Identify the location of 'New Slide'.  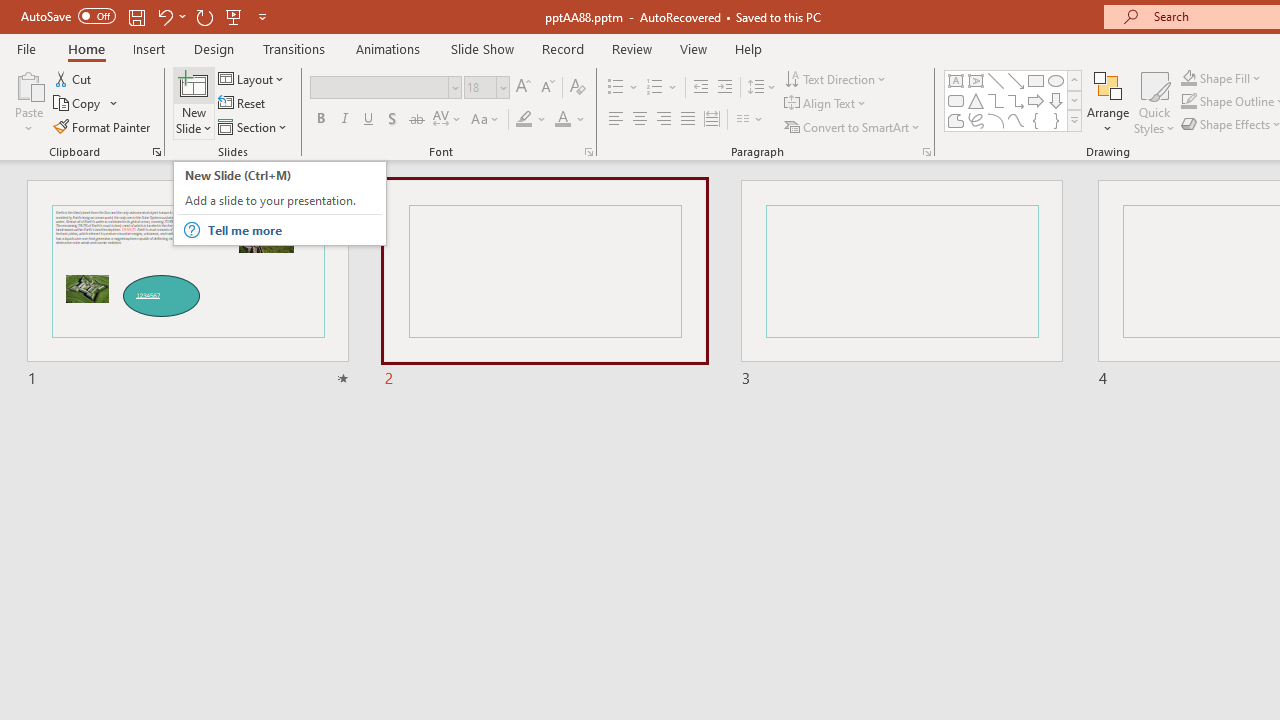
(193, 103).